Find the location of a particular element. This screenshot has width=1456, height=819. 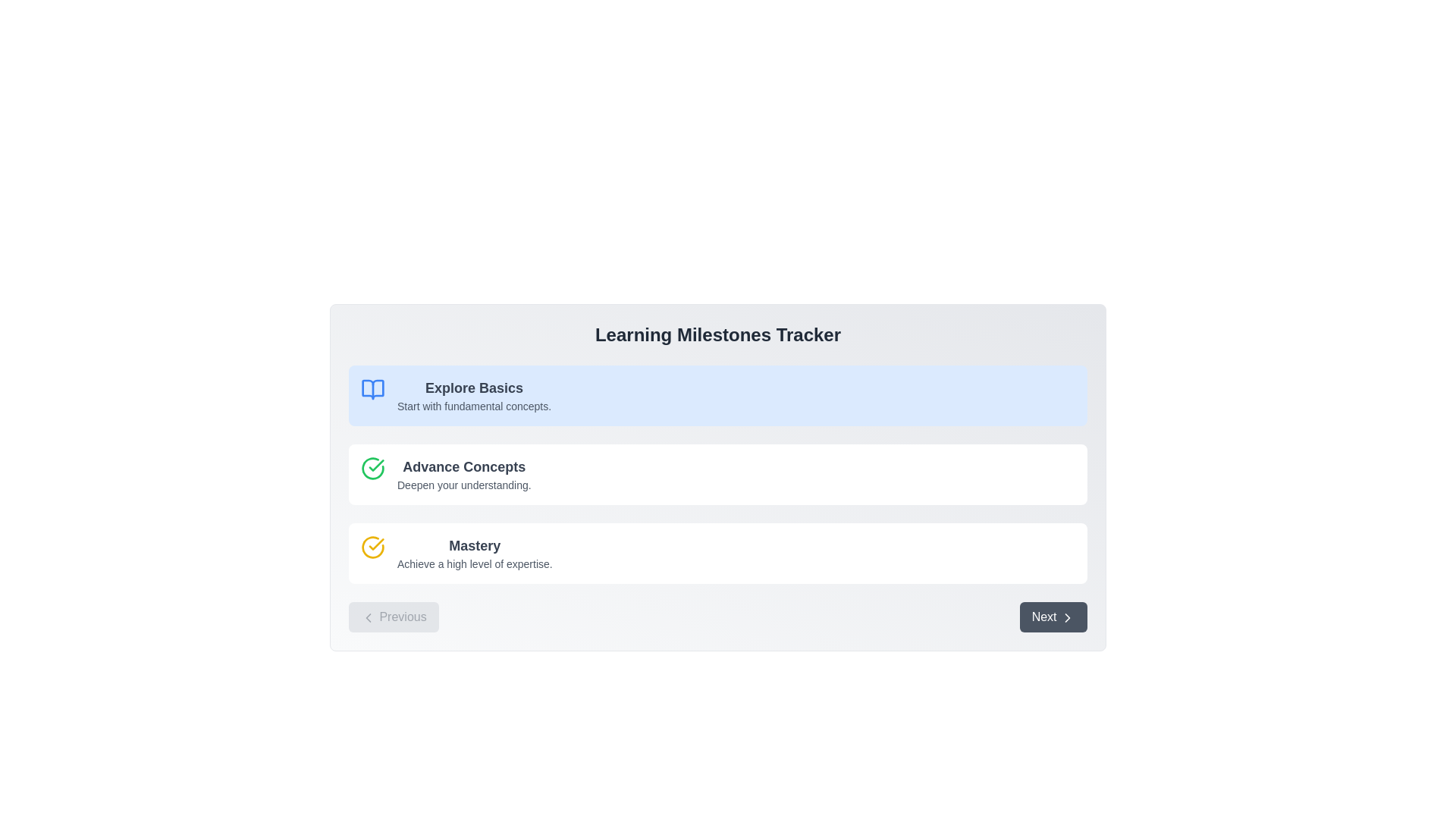

the 'Explore Basics' icon, which serves as a visual cue for the section, located at the leftmost part aligned with the text 'Explore Basics' is located at coordinates (372, 388).